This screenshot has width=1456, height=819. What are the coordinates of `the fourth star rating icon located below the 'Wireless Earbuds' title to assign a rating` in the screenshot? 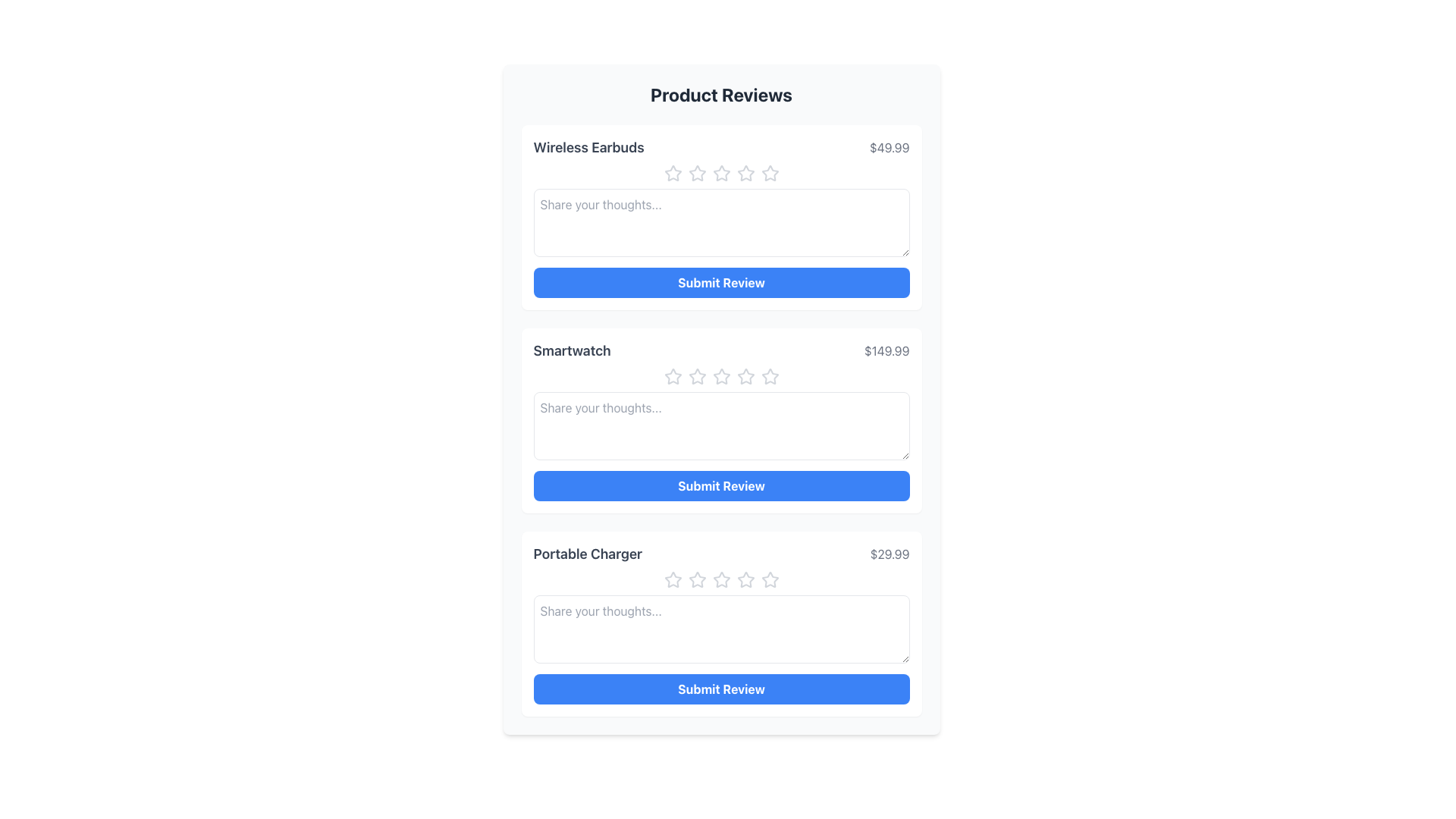 It's located at (745, 172).